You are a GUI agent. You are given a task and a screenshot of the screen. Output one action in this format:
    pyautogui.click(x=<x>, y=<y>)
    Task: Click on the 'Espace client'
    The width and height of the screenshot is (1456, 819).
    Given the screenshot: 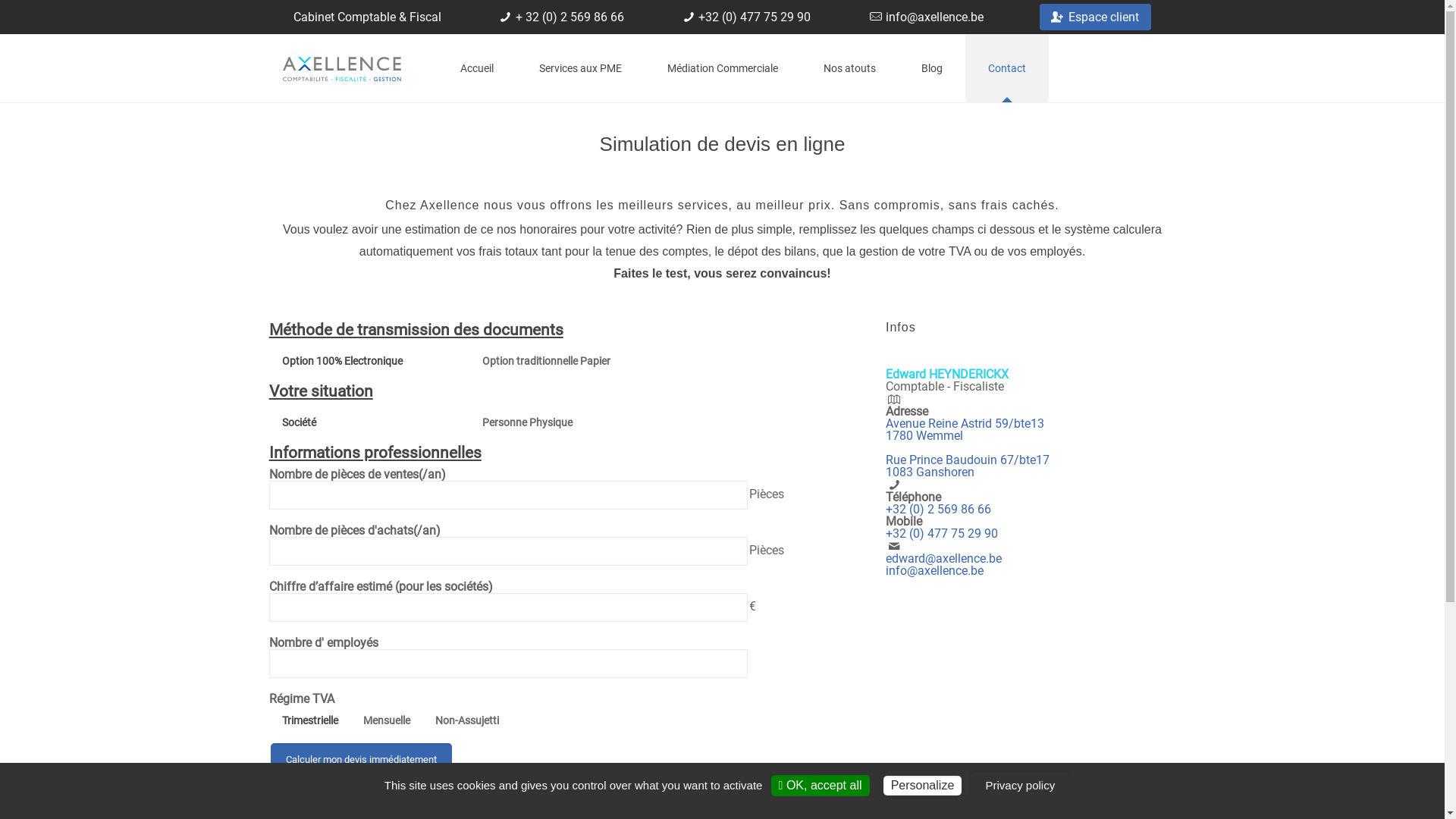 What is the action you would take?
    pyautogui.click(x=1103, y=17)
    